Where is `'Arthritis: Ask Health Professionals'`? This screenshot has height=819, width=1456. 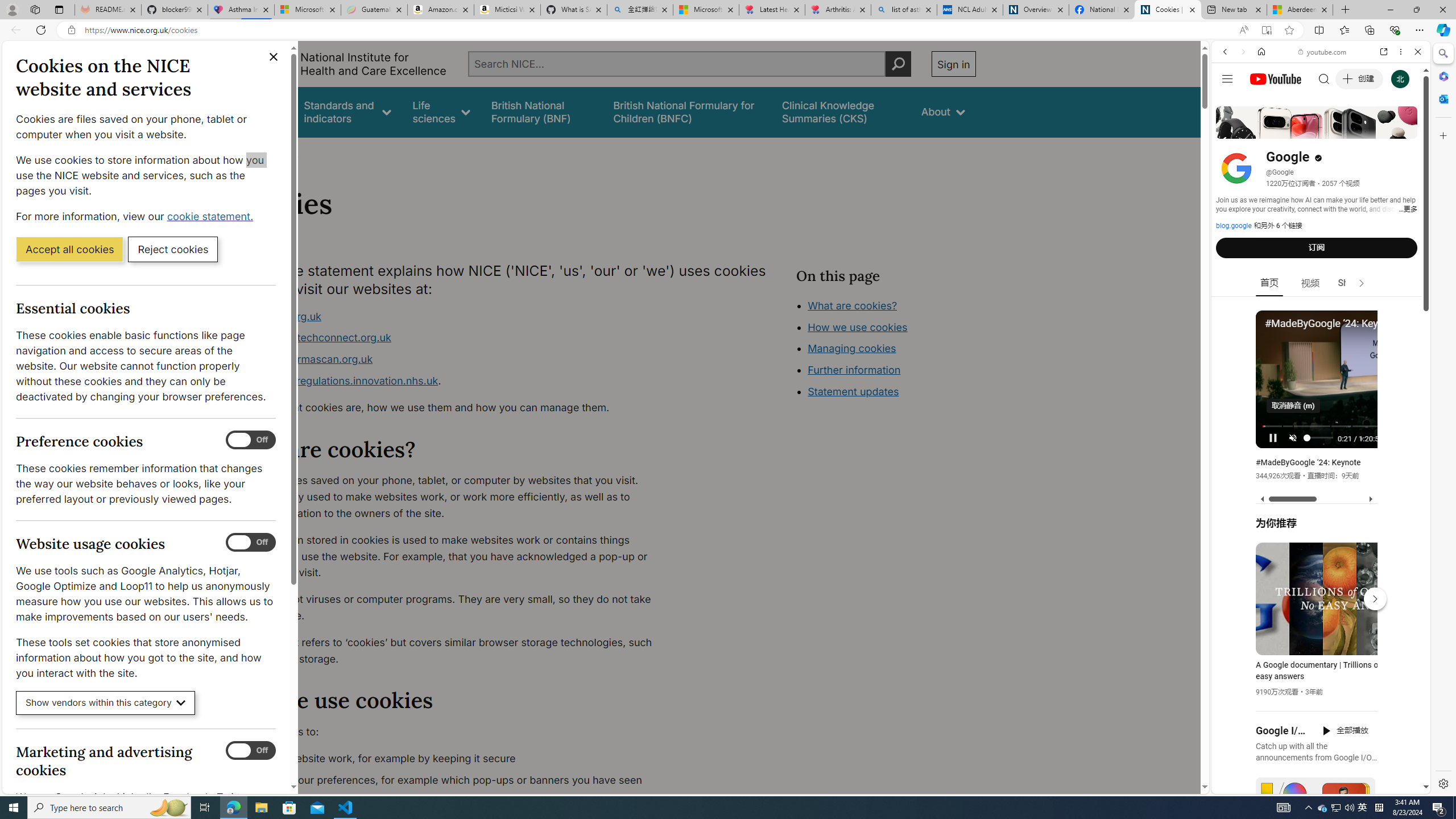
'Arthritis: Ask Health Professionals' is located at coordinates (838, 9).